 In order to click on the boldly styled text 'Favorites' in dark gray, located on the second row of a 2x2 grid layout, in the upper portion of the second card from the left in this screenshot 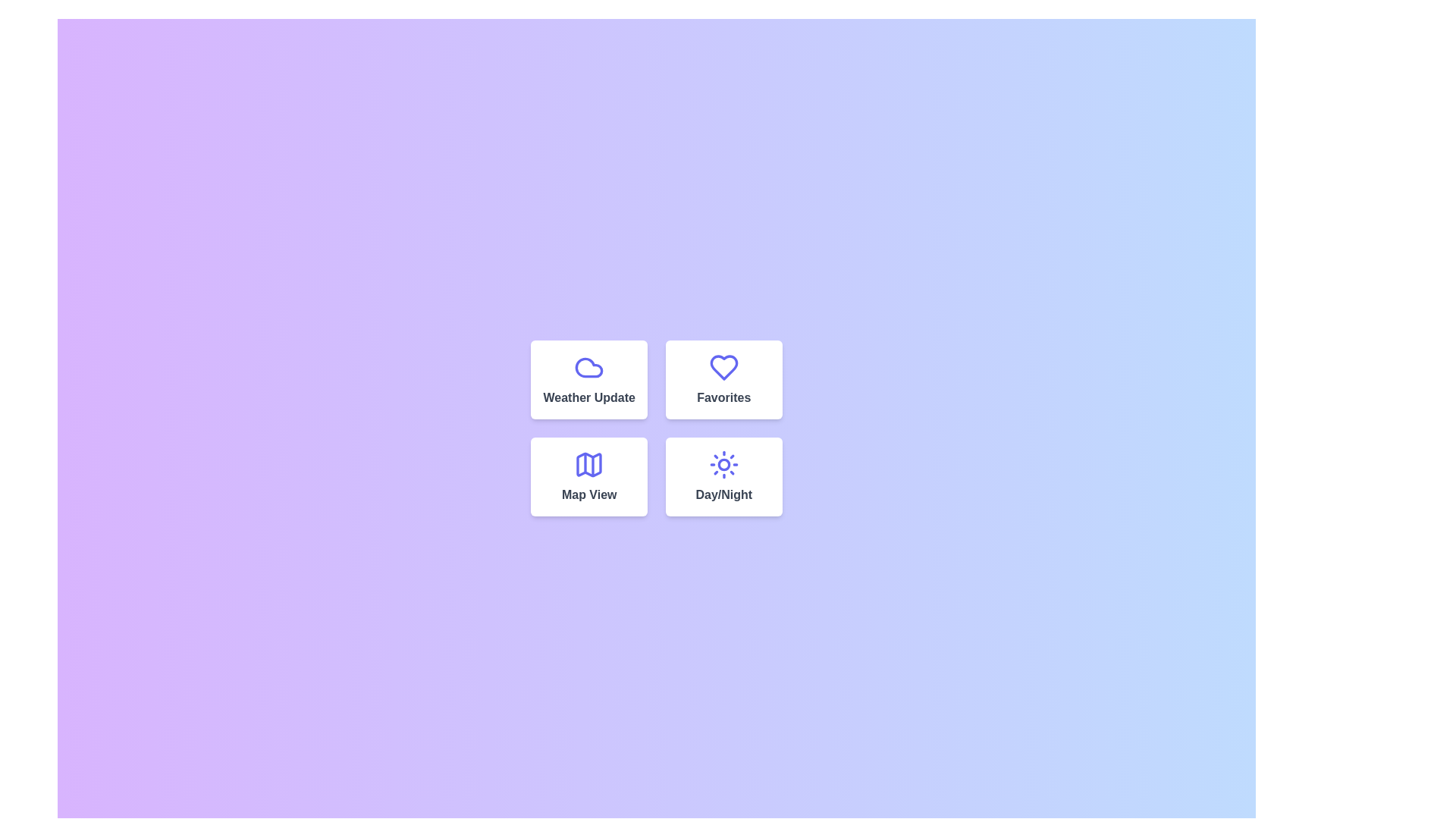, I will do `click(723, 397)`.